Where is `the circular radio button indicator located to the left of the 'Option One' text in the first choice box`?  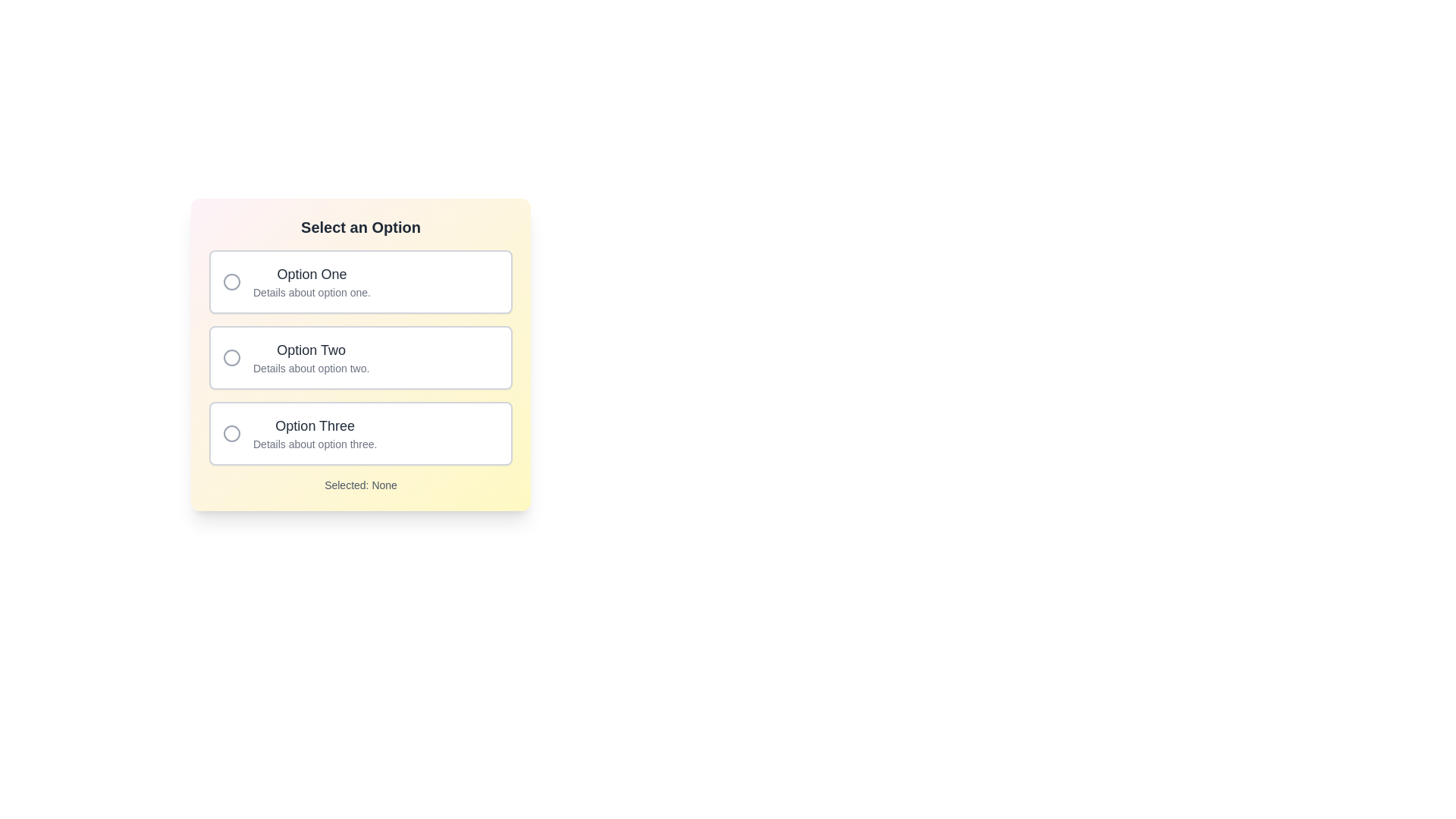 the circular radio button indicator located to the left of the 'Option One' text in the first choice box is located at coordinates (231, 281).